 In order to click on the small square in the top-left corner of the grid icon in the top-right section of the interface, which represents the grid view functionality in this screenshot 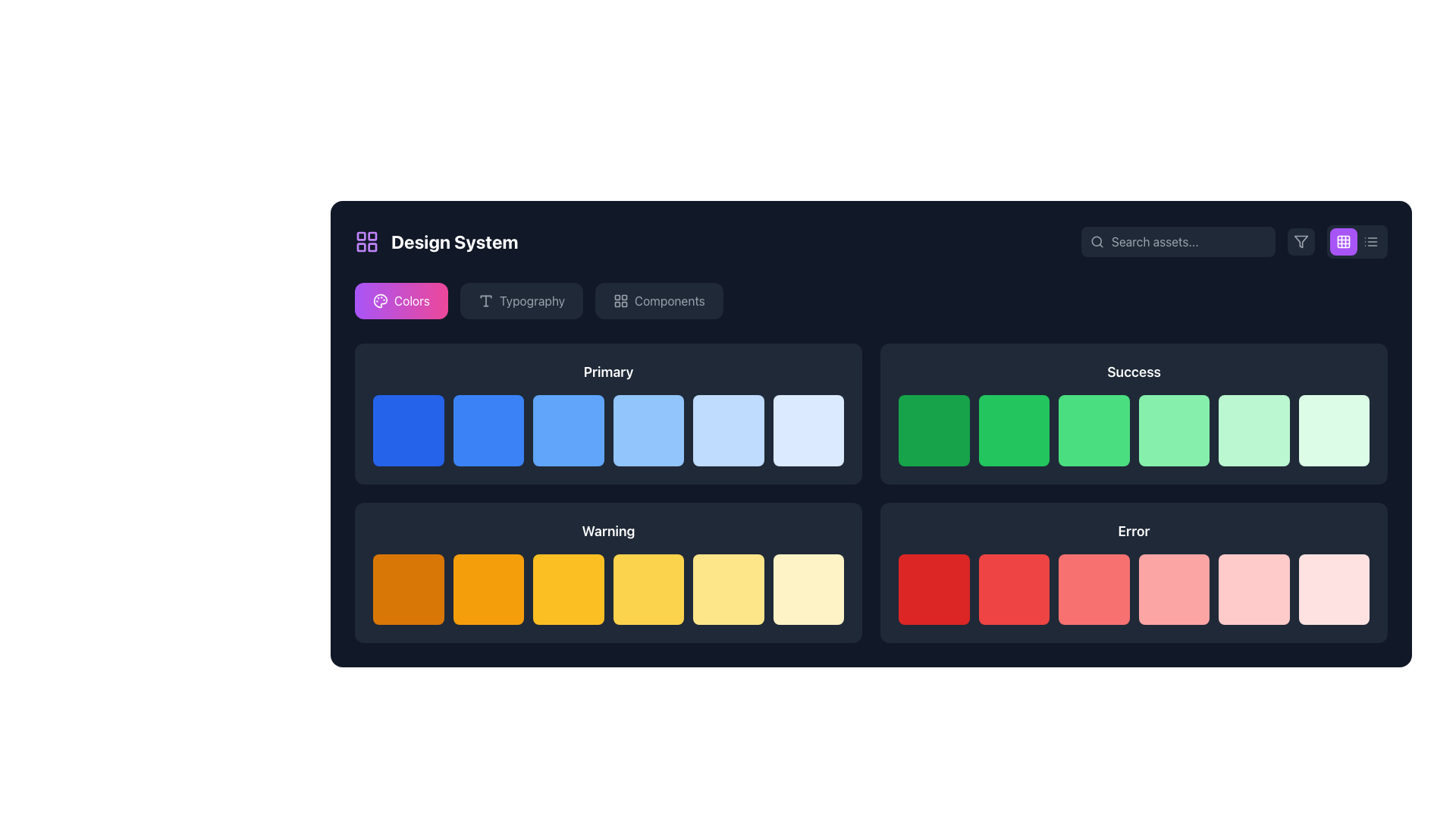, I will do `click(1343, 241)`.